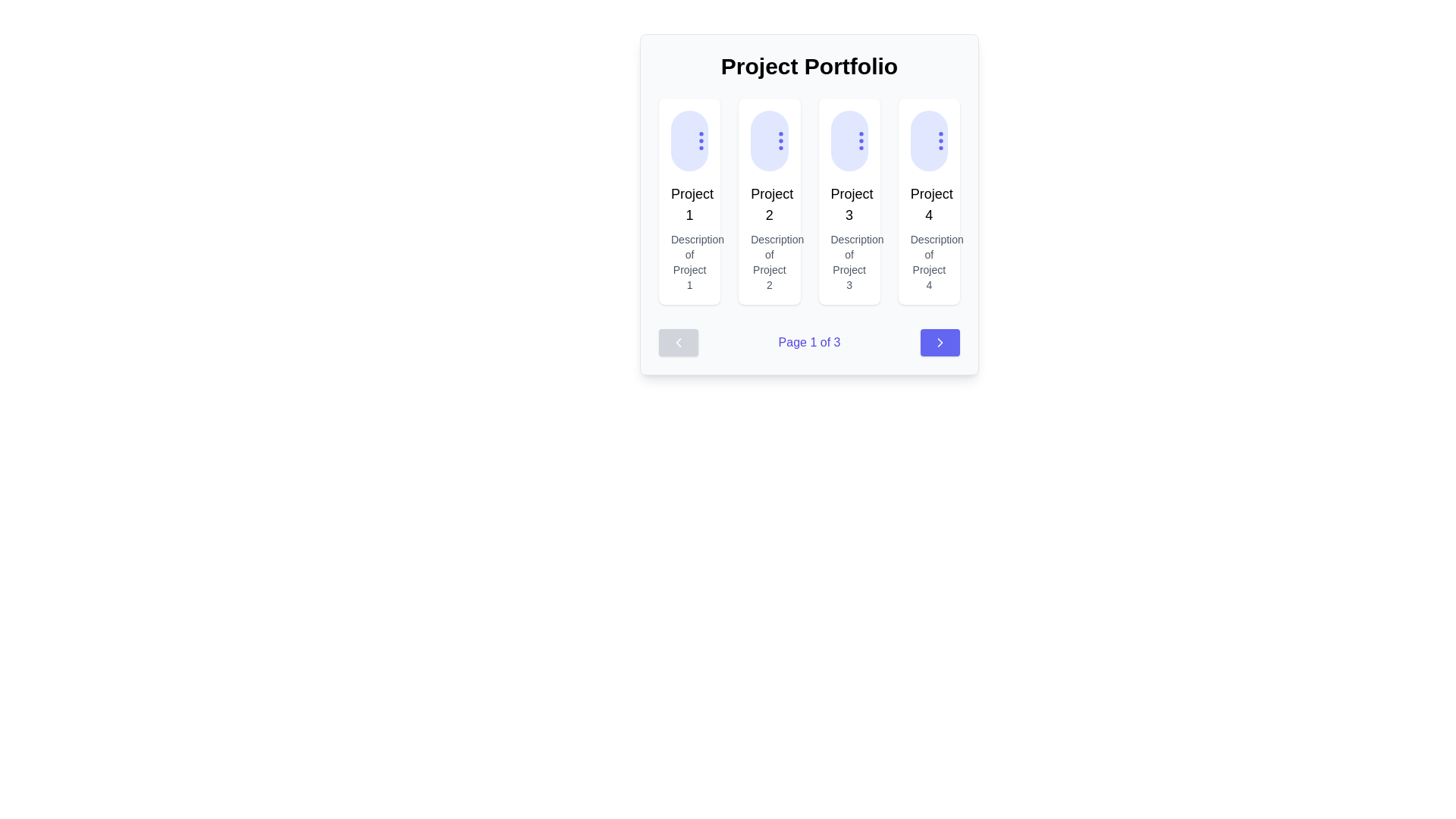 Image resolution: width=1456 pixels, height=819 pixels. I want to click on the card labeled 'Project 2' to highlight it, which is the second card in a horizontal row of four cards, so click(769, 201).